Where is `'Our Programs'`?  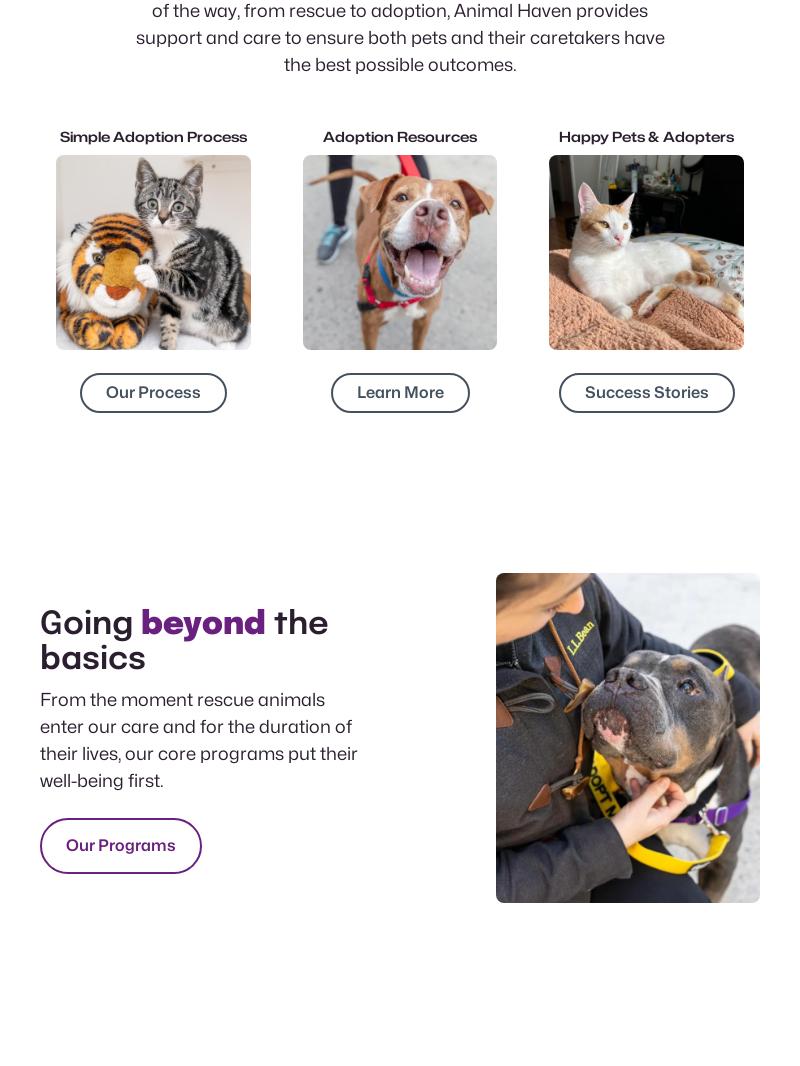
'Our Programs' is located at coordinates (119, 845).